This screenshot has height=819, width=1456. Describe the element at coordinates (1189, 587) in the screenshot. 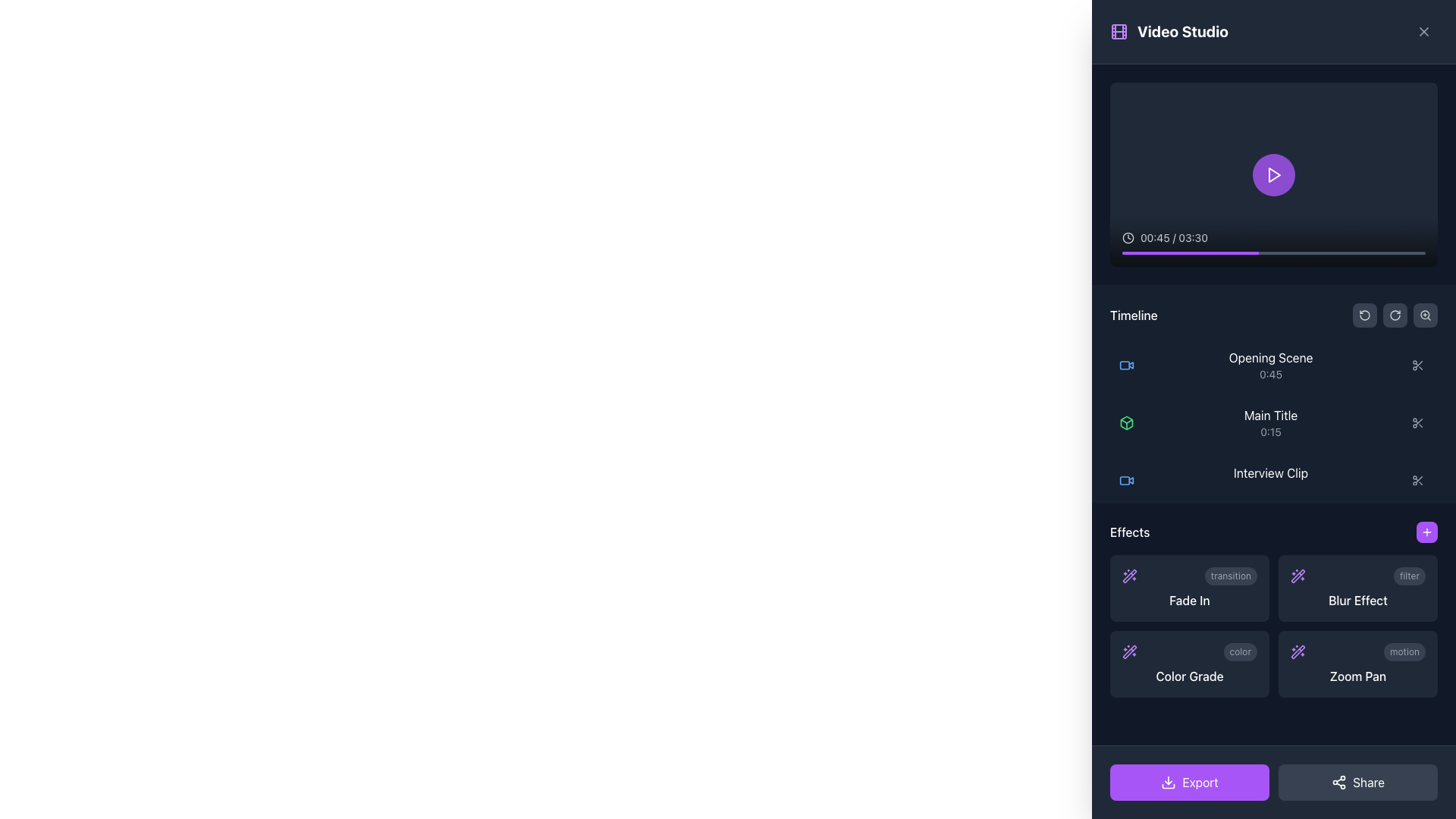

I see `the 'Fade In' effect tile located in the Effects section of the layout, which has a dark gray background, a purple sparkles icon, and a label saying 'transition'` at that location.